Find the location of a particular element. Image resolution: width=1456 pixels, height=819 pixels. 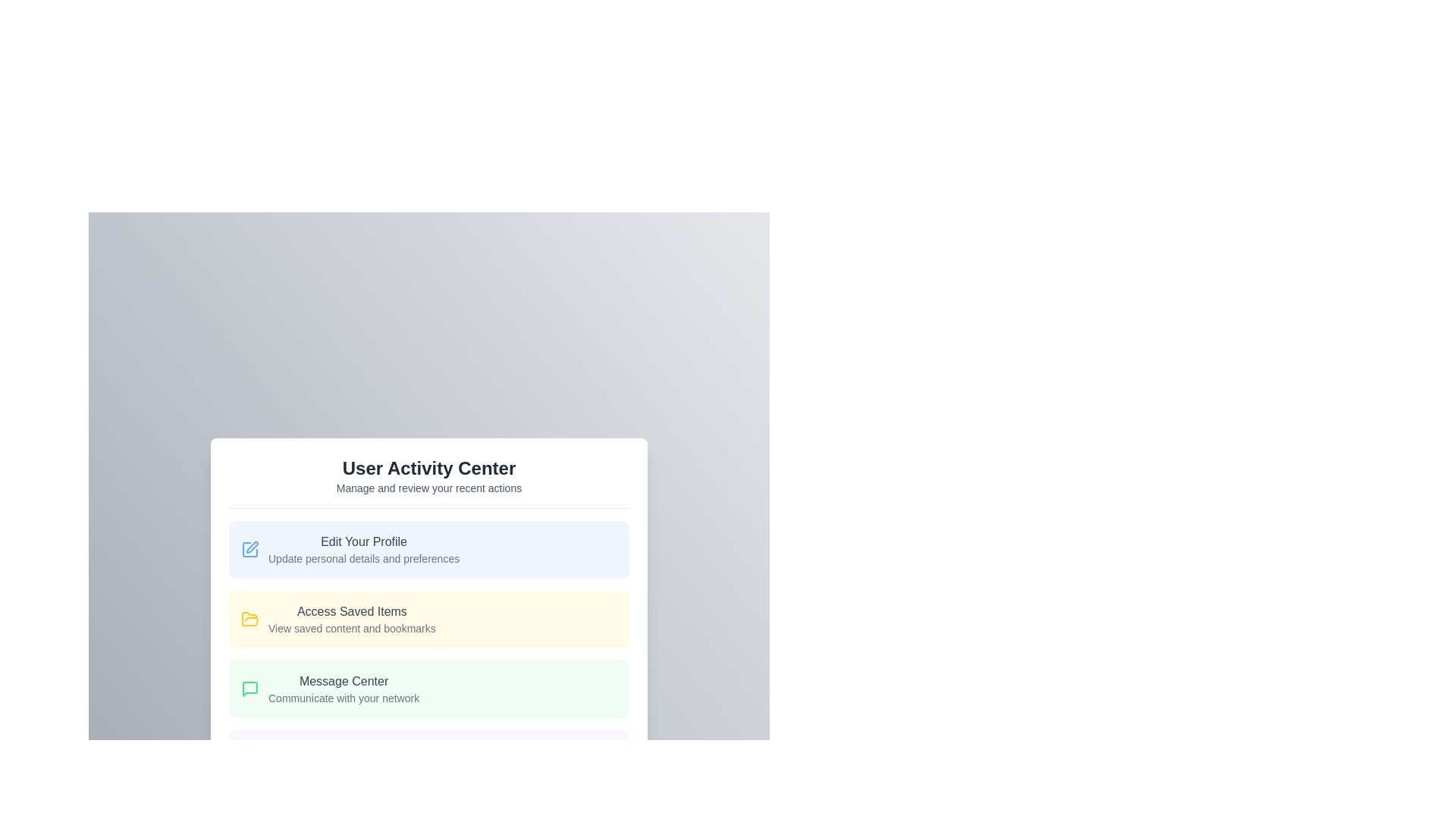

the green speech bubble-shaped icon located to the left of the 'Message Center' text within the light green box in the 'User Activity Center' is located at coordinates (250, 688).